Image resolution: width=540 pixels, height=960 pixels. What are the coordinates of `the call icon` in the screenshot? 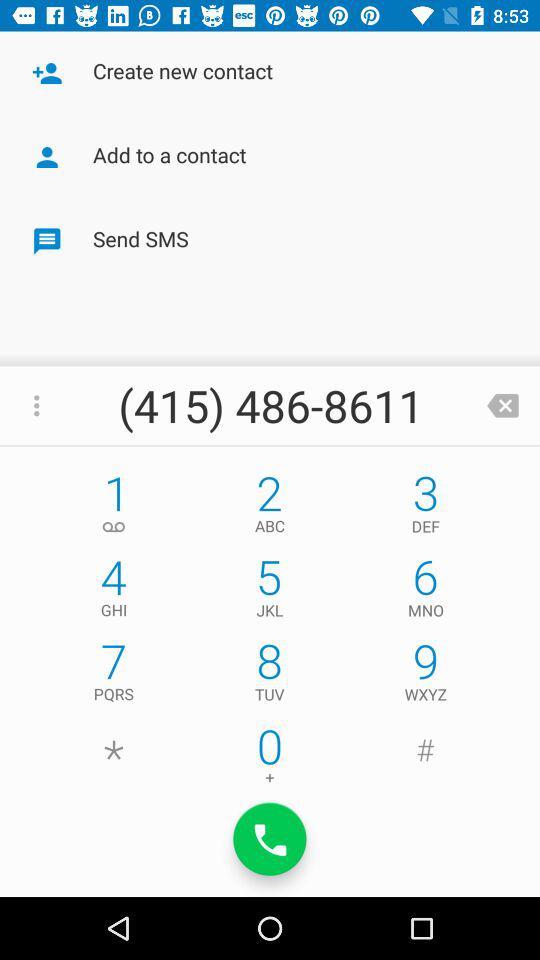 It's located at (270, 839).